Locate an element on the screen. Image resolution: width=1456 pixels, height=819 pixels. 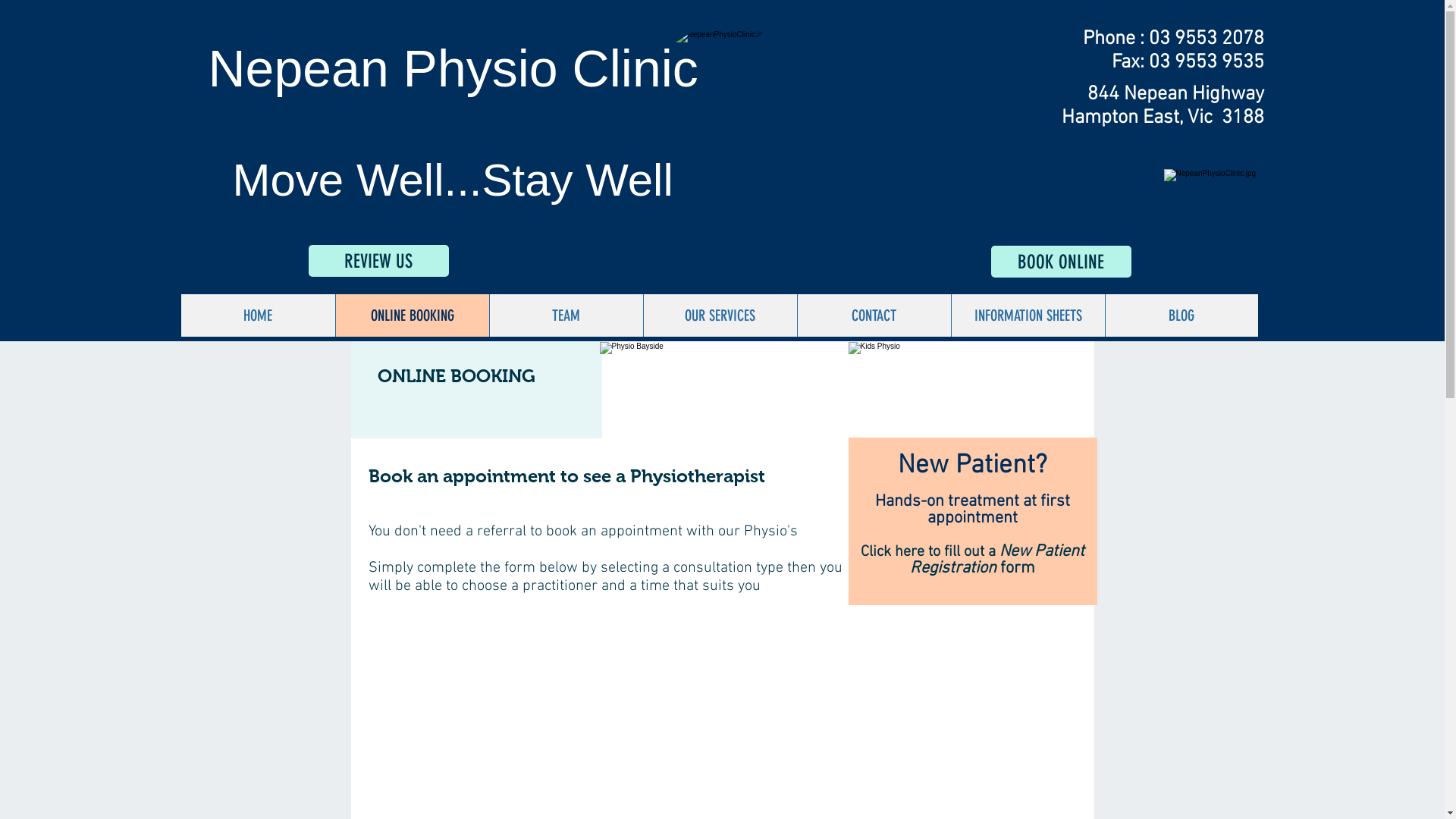
'BOOK ONLINE' is located at coordinates (1059, 260).